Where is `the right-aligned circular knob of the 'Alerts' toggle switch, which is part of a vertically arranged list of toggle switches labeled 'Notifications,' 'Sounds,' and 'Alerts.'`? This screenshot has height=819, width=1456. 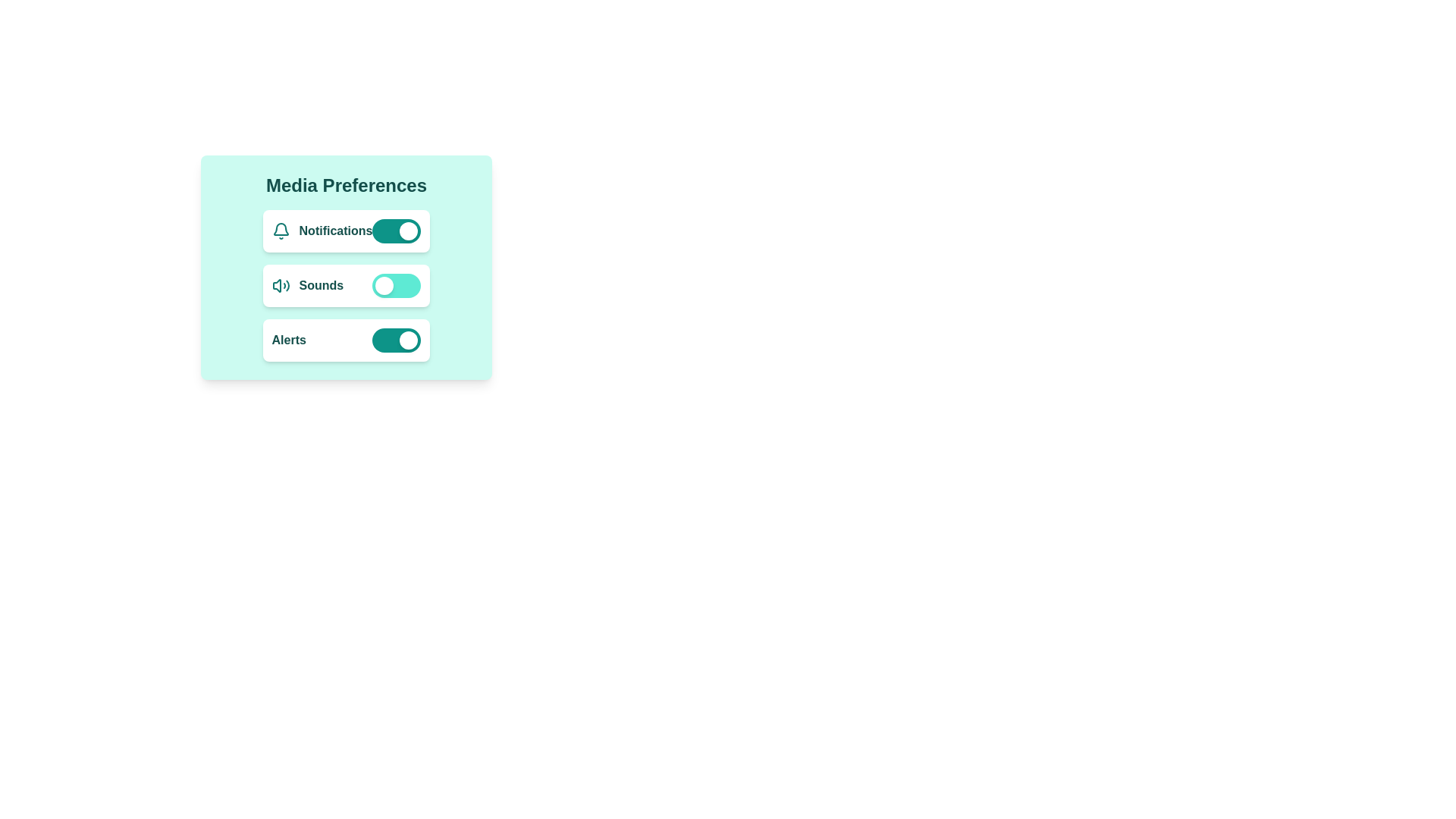 the right-aligned circular knob of the 'Alerts' toggle switch, which is part of a vertically arranged list of toggle switches labeled 'Notifications,' 'Sounds,' and 'Alerts.' is located at coordinates (409, 339).